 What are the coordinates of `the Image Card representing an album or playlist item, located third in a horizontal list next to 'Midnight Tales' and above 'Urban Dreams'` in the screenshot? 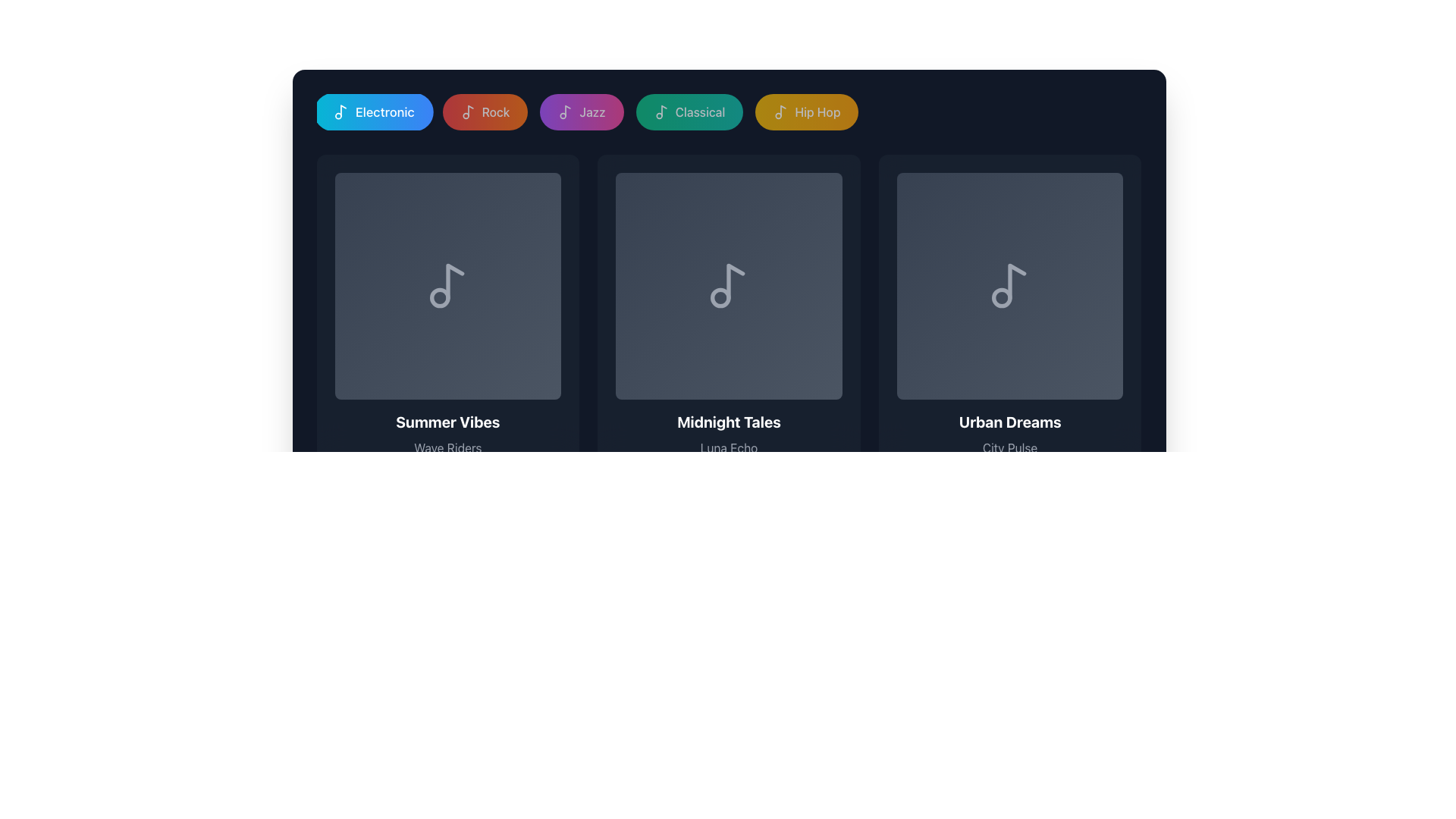 It's located at (1009, 286).